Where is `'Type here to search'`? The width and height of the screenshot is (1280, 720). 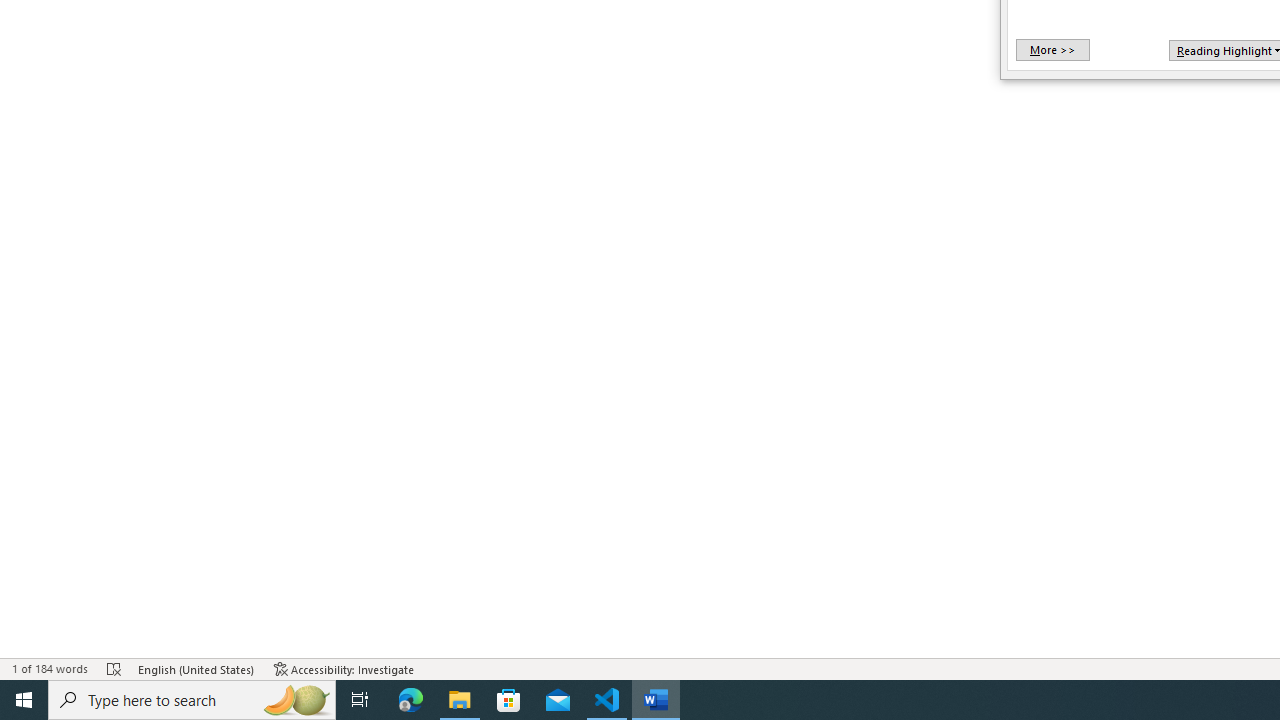 'Type here to search' is located at coordinates (192, 698).